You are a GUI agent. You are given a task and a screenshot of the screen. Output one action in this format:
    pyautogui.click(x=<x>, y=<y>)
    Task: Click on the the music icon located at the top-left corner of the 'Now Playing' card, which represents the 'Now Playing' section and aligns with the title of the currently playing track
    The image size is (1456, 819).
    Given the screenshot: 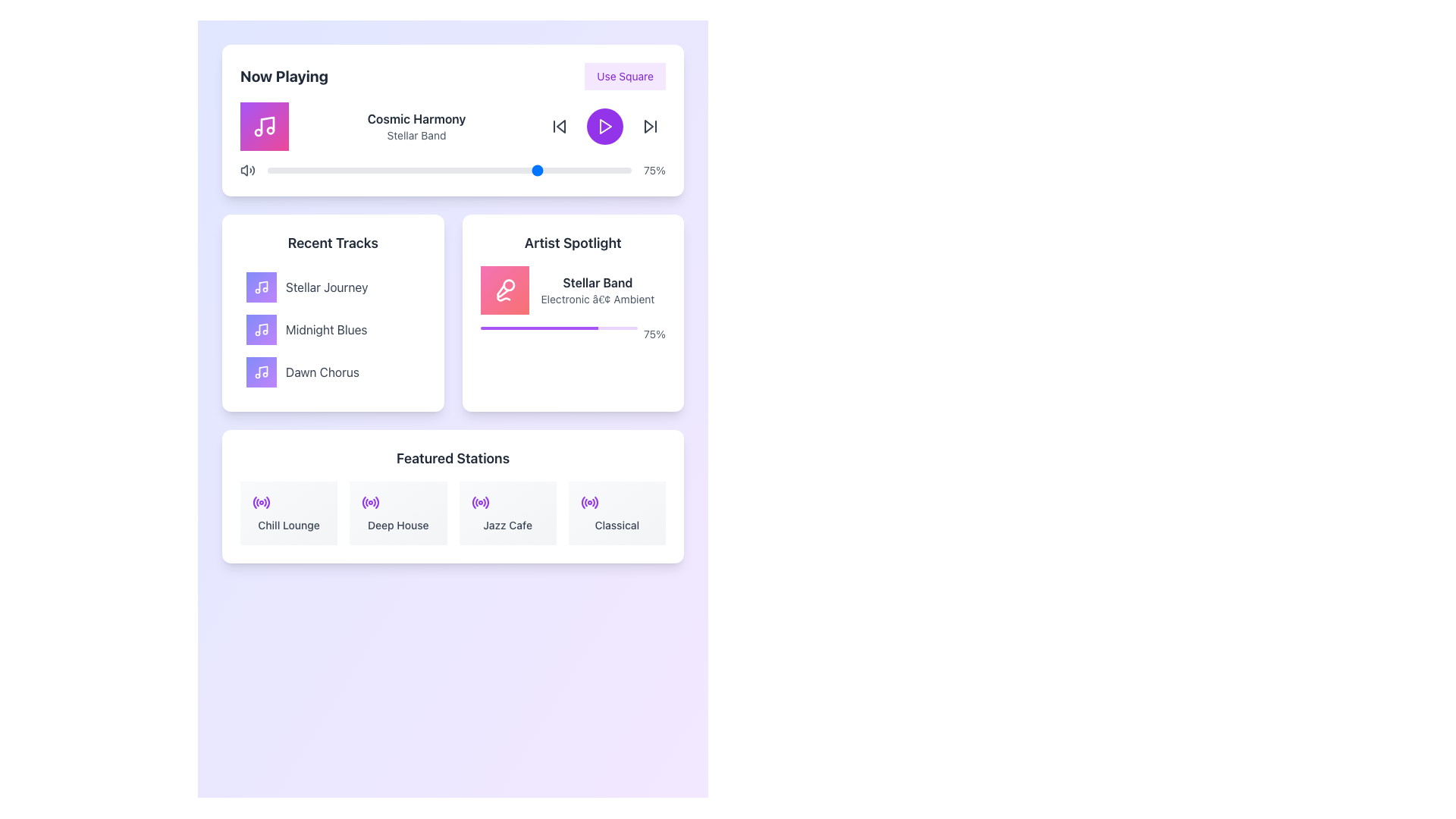 What is the action you would take?
    pyautogui.click(x=265, y=125)
    